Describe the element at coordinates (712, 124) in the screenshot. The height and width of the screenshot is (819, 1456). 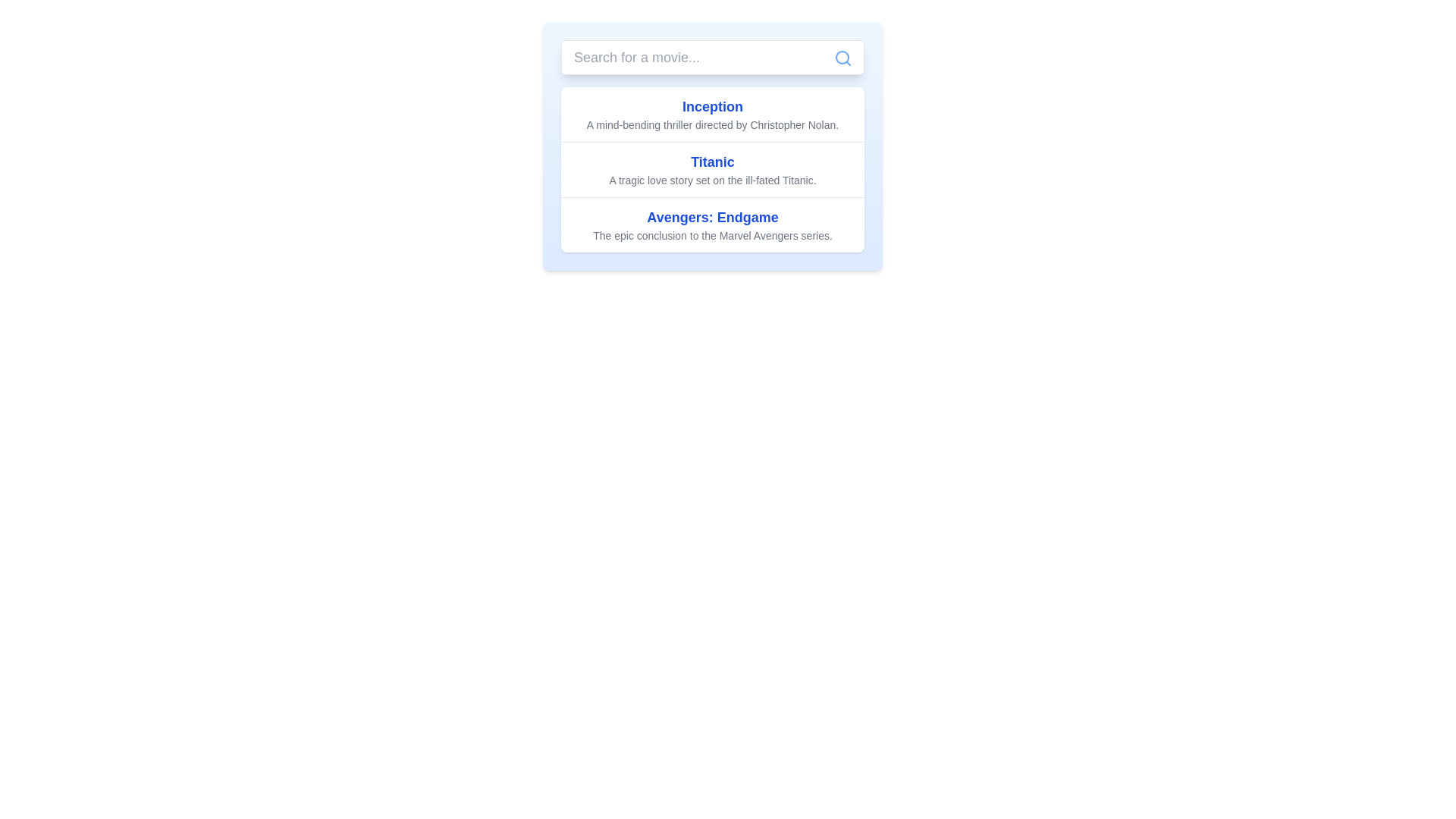
I see `the text label providing a brief description of the movie 'Inception', which is centrally aligned below the title and positioned near the top of the page under the search bar` at that location.